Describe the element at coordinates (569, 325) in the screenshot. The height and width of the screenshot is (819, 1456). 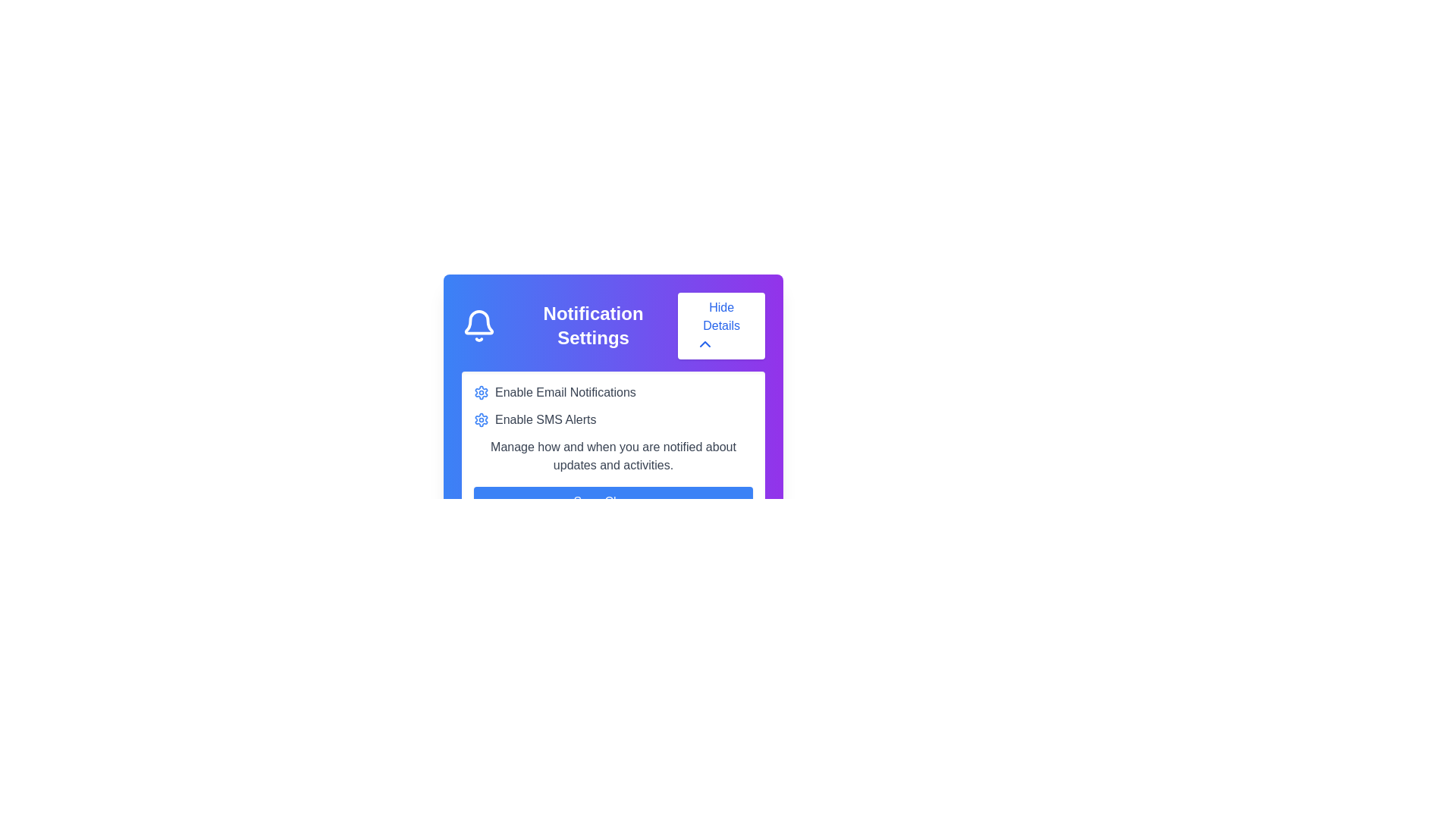
I see `the 'Notification Settings' label, which displays bold white text on a gradient background with a bell icon to the left, located at the top-left of the notification settings panel` at that location.